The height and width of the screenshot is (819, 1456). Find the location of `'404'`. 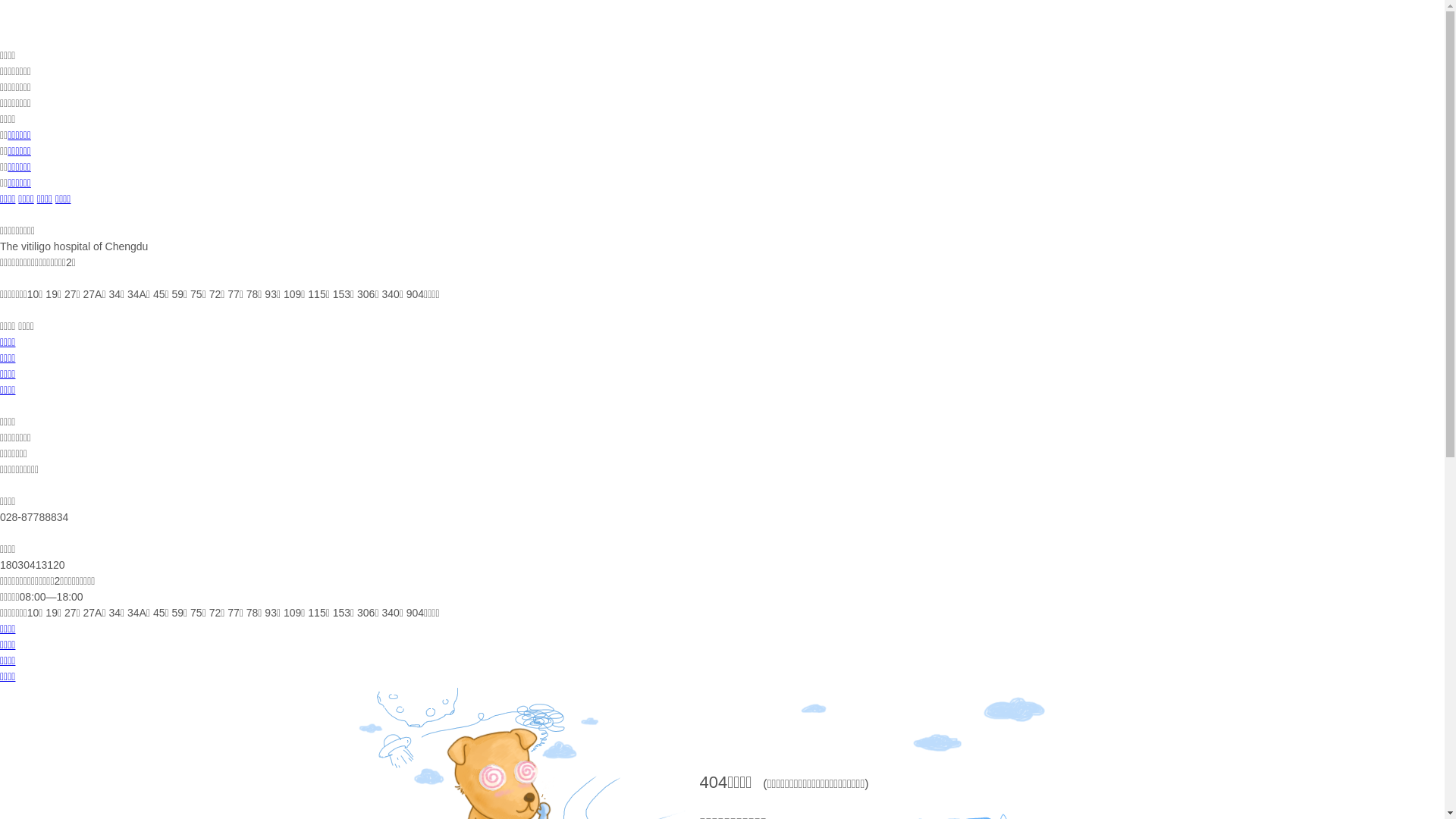

'404' is located at coordinates (712, 782).